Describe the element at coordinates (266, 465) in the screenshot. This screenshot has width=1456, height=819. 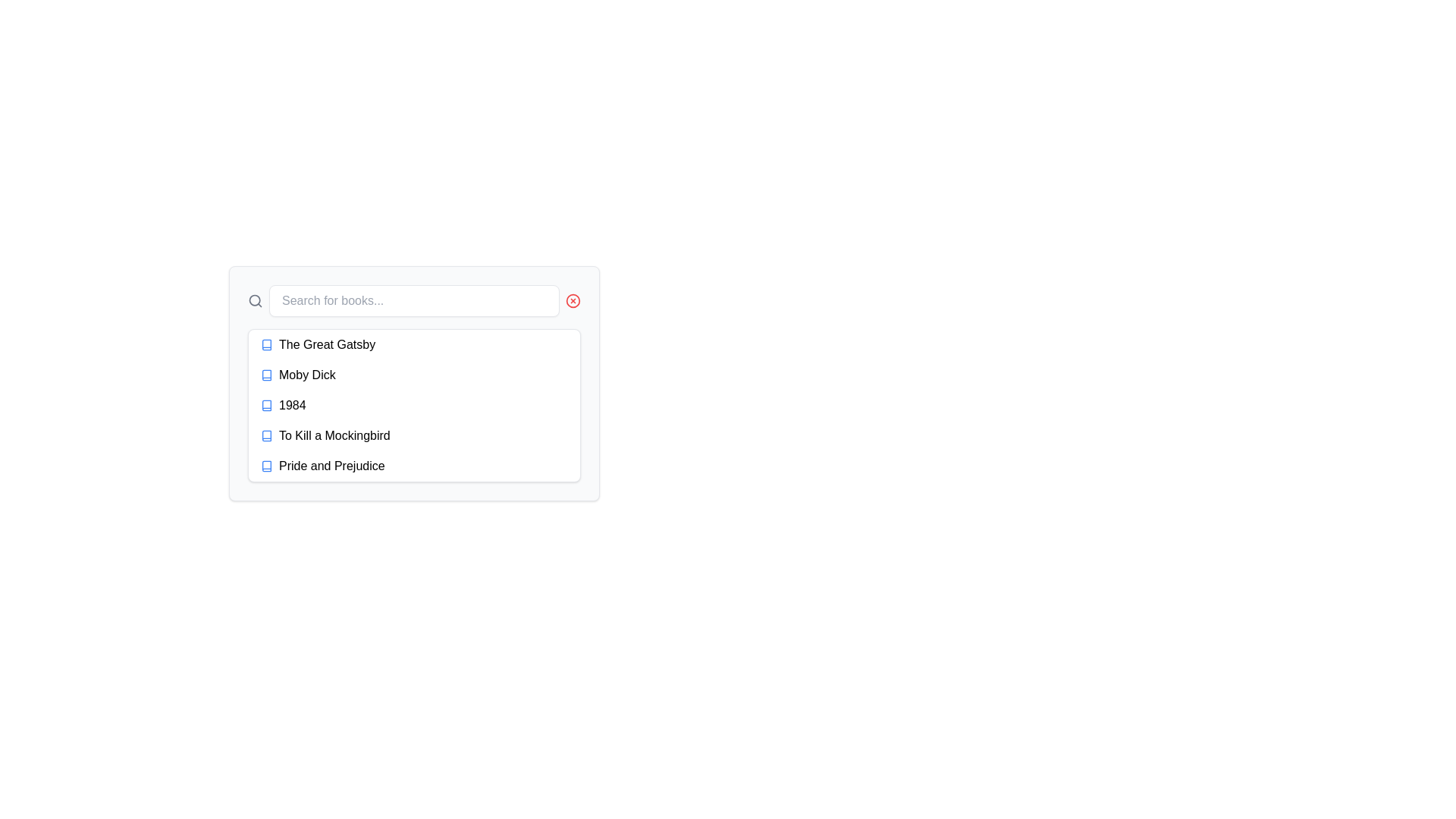
I see `the book icon representing 'Pride and Prejudice', located at the lower portion of the interface beside the text entry` at that location.